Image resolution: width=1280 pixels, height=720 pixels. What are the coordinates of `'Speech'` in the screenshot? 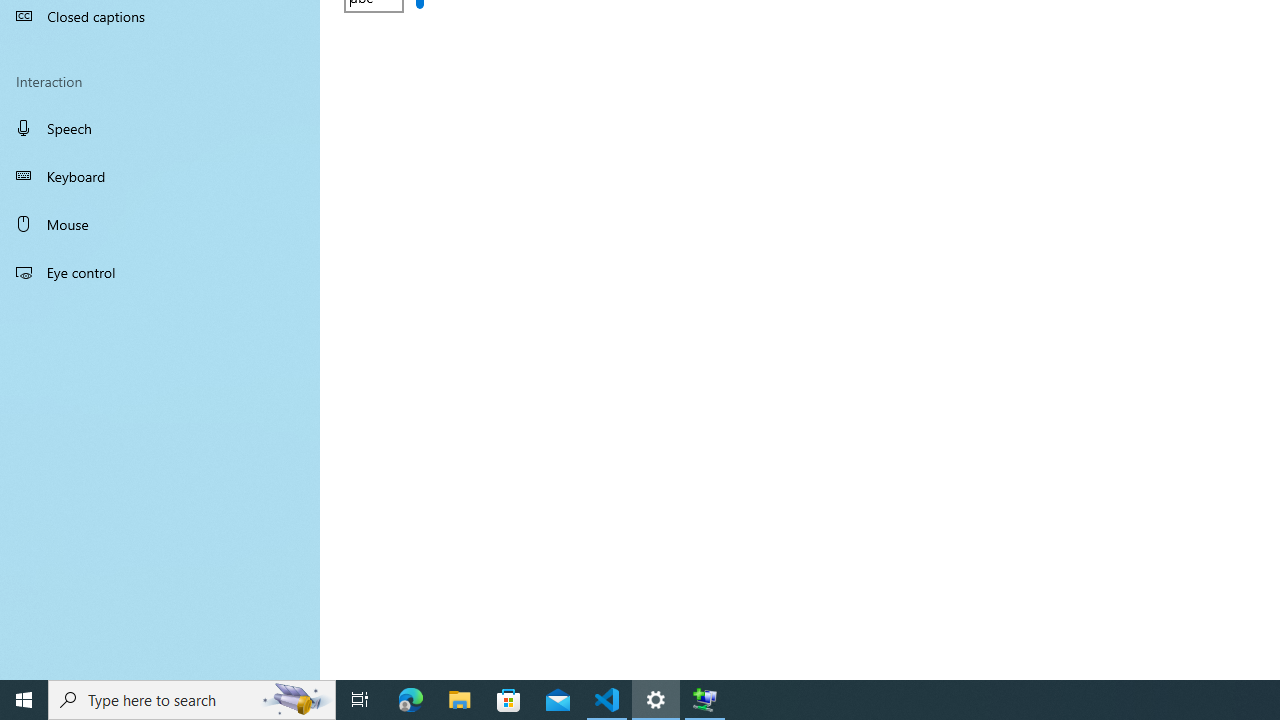 It's located at (160, 127).